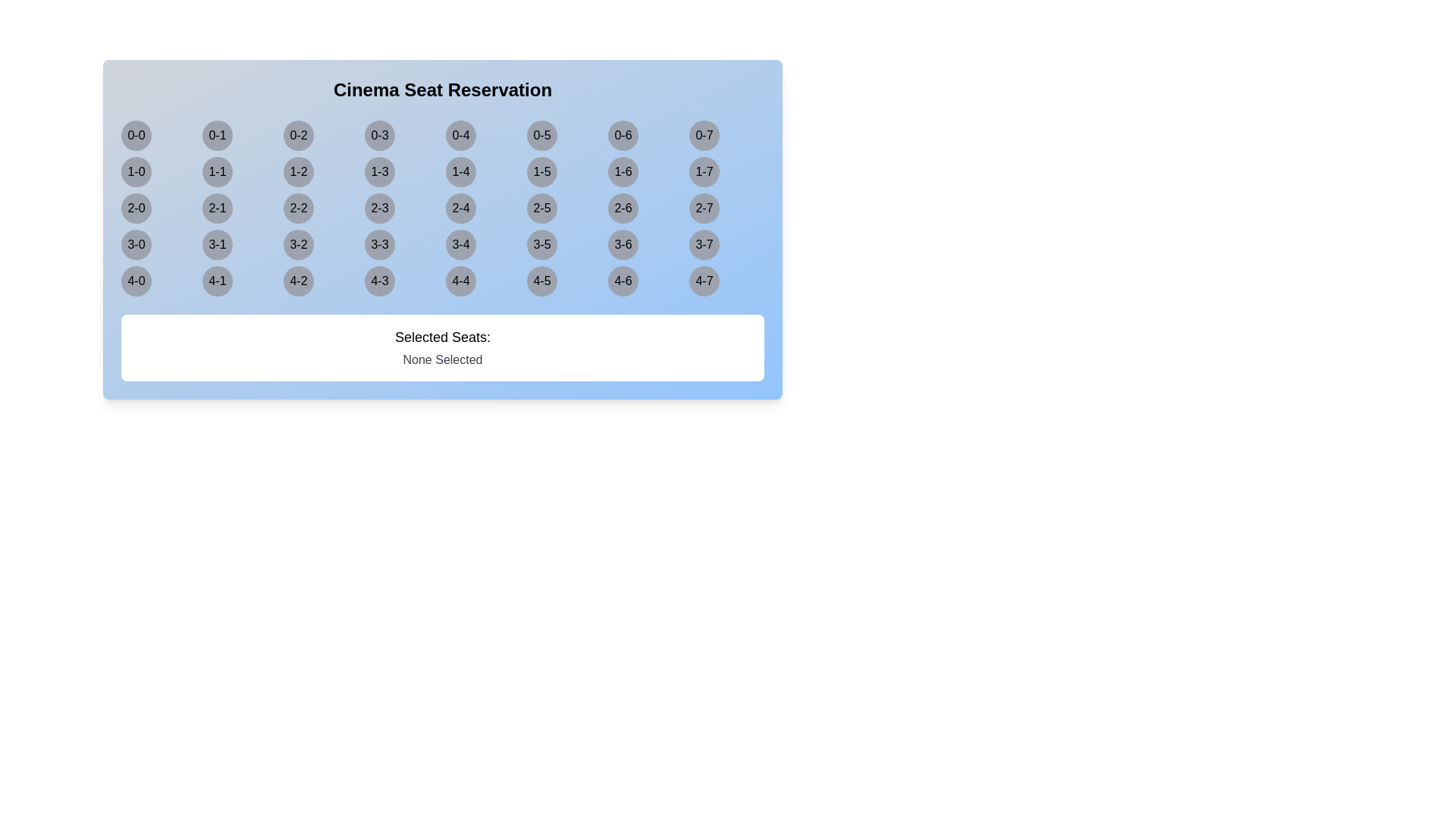  What do you see at coordinates (704, 134) in the screenshot?
I see `the circular button labeled '0-7' located in the top-right corner of the grid layout` at bounding box center [704, 134].